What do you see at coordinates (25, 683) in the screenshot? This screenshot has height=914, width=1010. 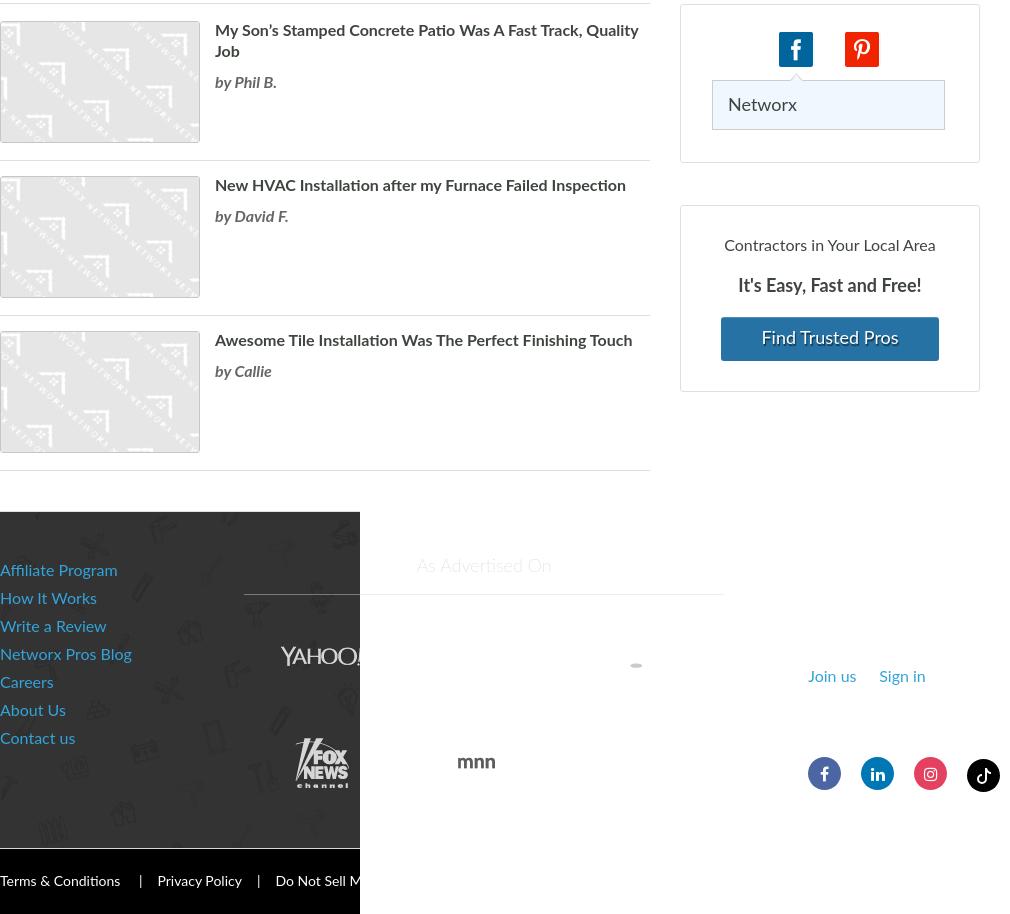 I see `'Careers'` at bounding box center [25, 683].